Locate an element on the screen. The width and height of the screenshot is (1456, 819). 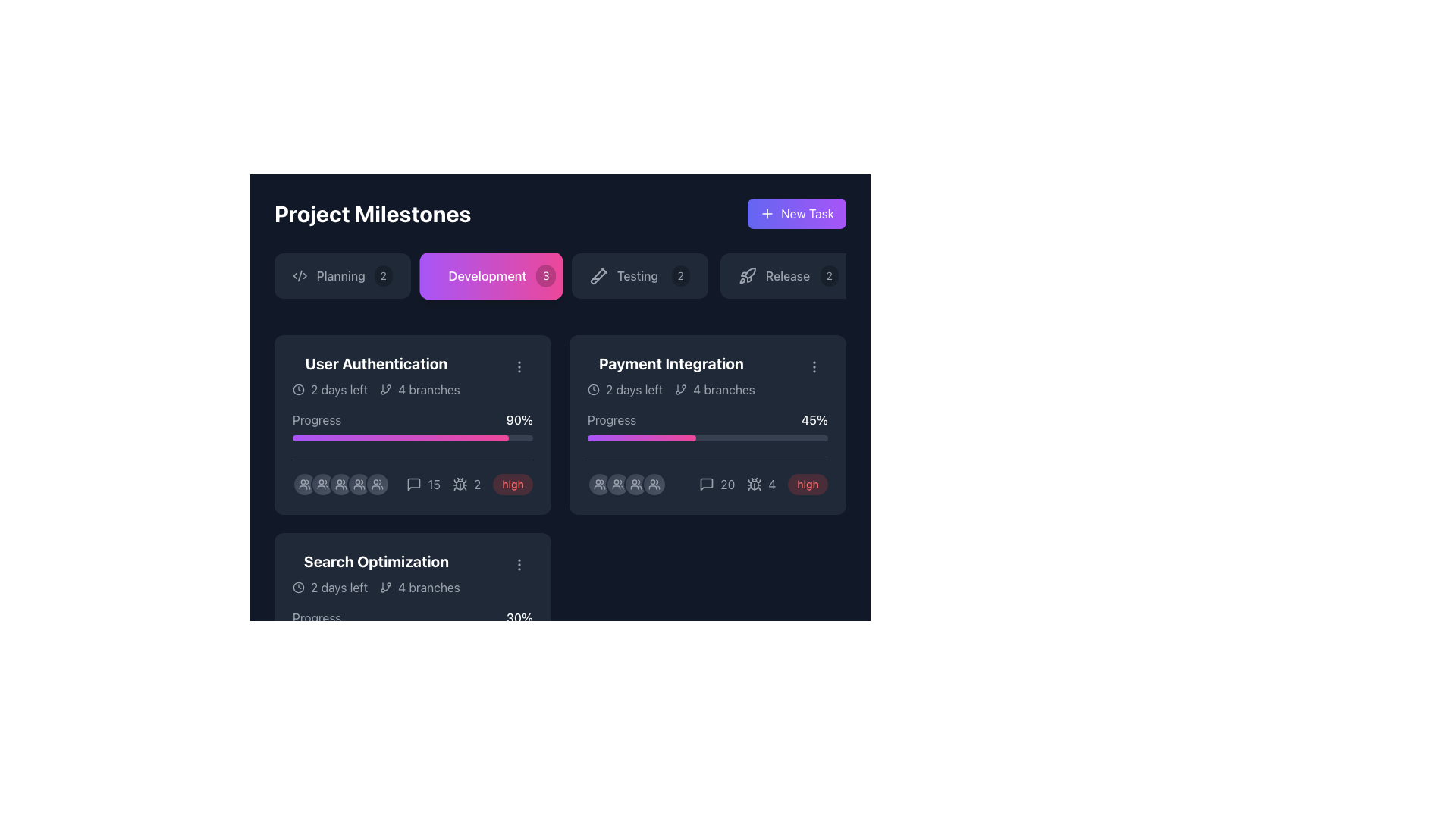
the 'Testing' section label within the navigation button, which is the third button in the sequence of 'Planning', 'Development', and 'Release' is located at coordinates (638, 275).